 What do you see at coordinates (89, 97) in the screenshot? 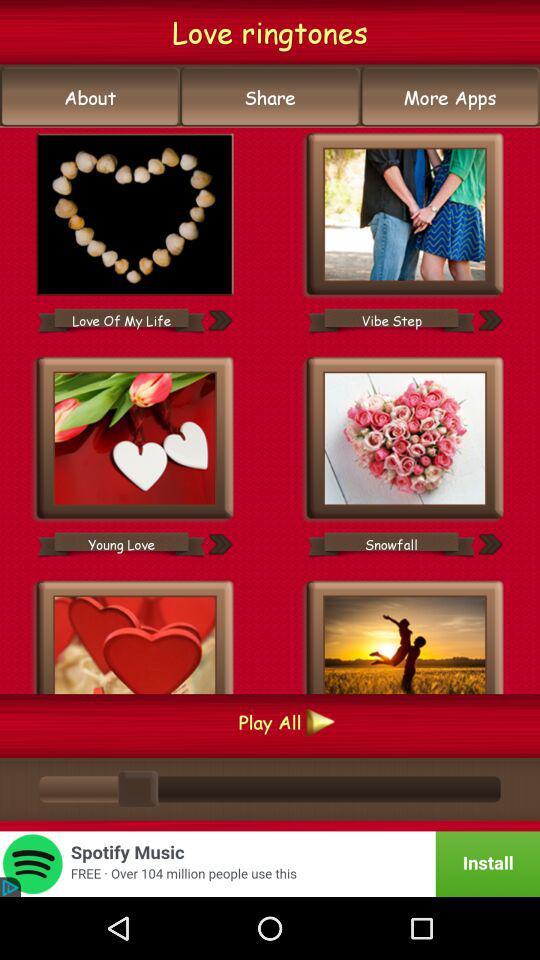
I see `icon next to share item` at bounding box center [89, 97].